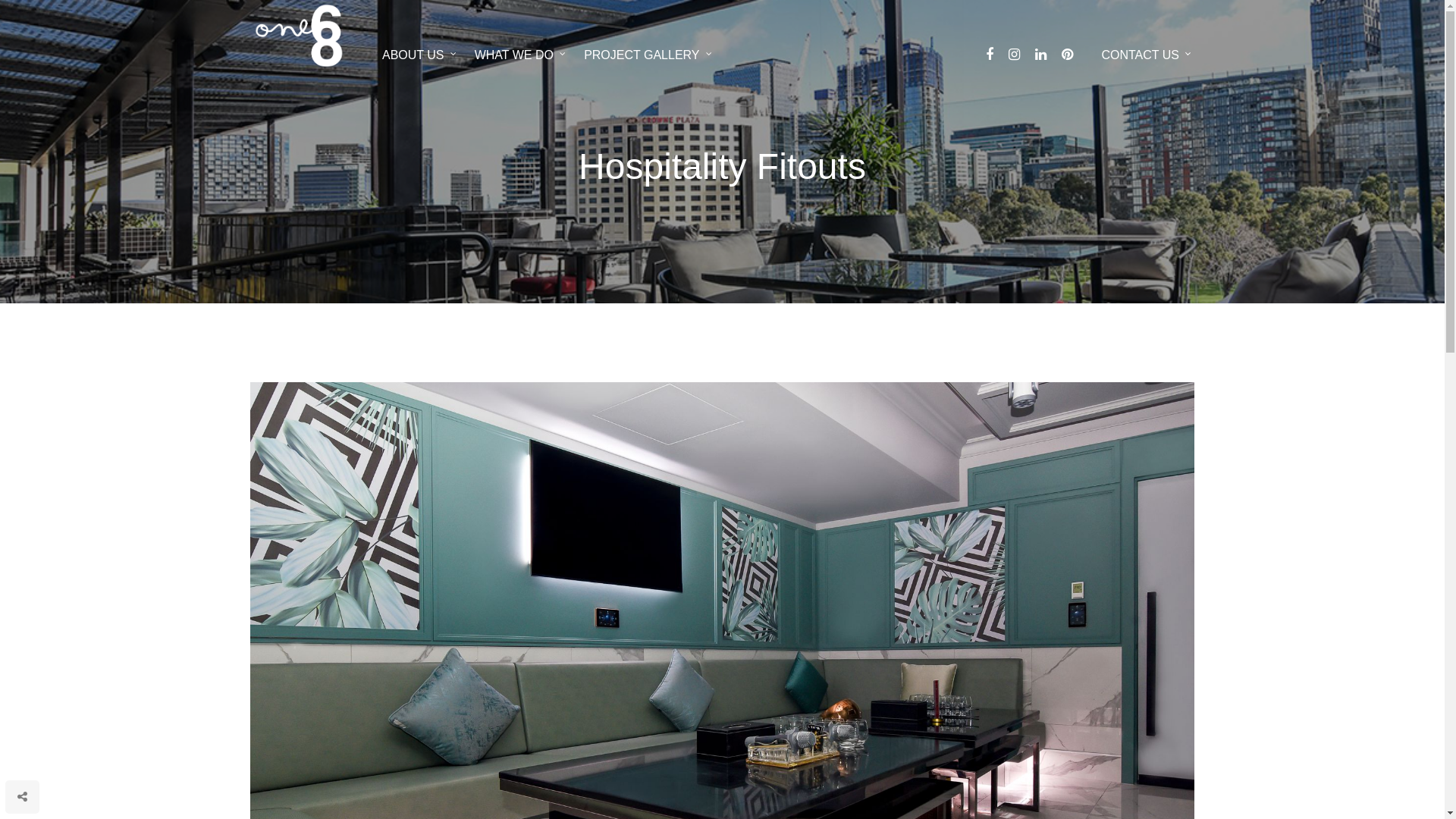  Describe the element at coordinates (419, 52) in the screenshot. I see `'ABOUT US'` at that location.